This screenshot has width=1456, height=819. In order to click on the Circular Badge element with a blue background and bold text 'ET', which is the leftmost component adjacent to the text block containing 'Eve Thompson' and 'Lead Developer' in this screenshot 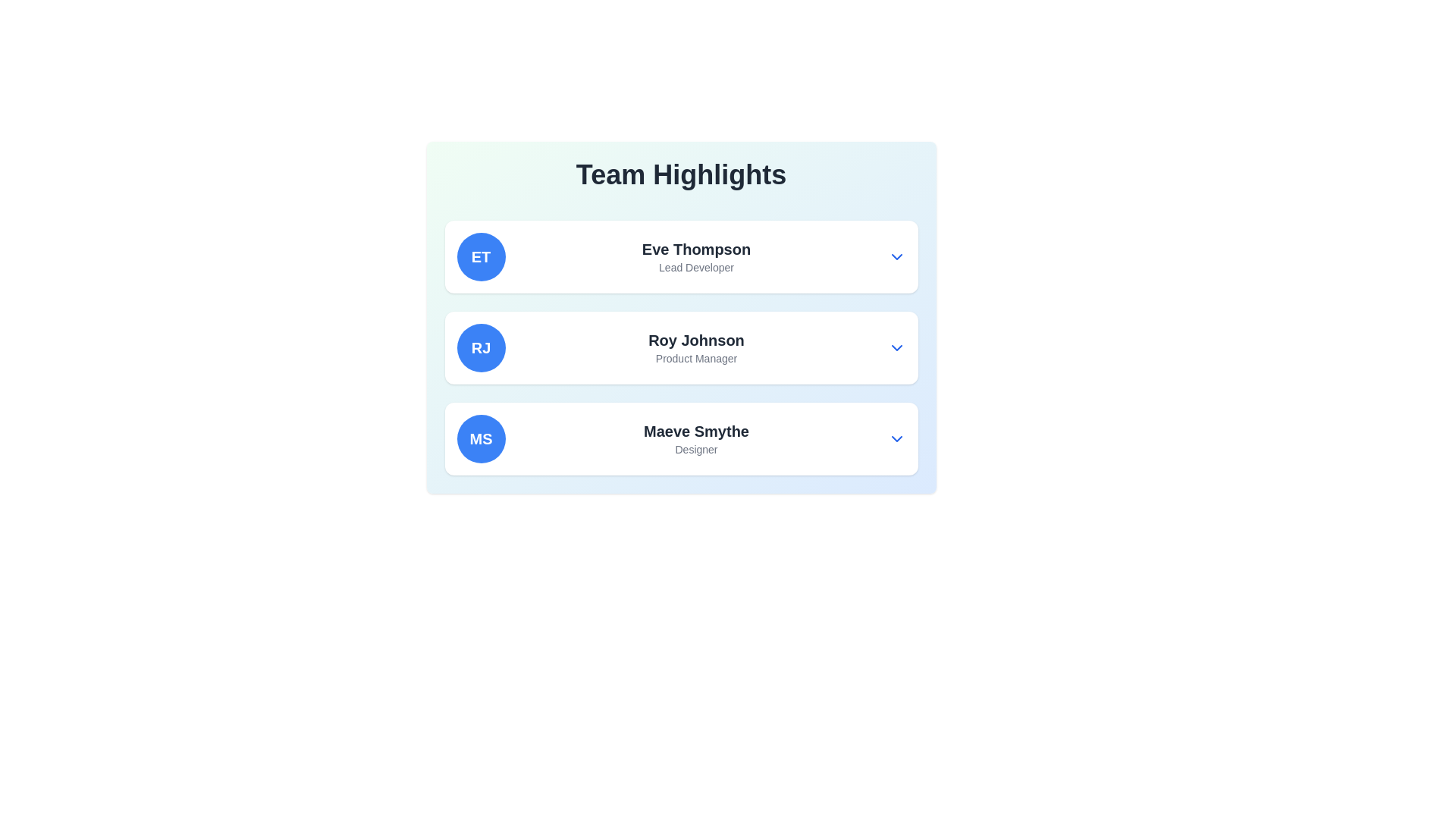, I will do `click(480, 256)`.